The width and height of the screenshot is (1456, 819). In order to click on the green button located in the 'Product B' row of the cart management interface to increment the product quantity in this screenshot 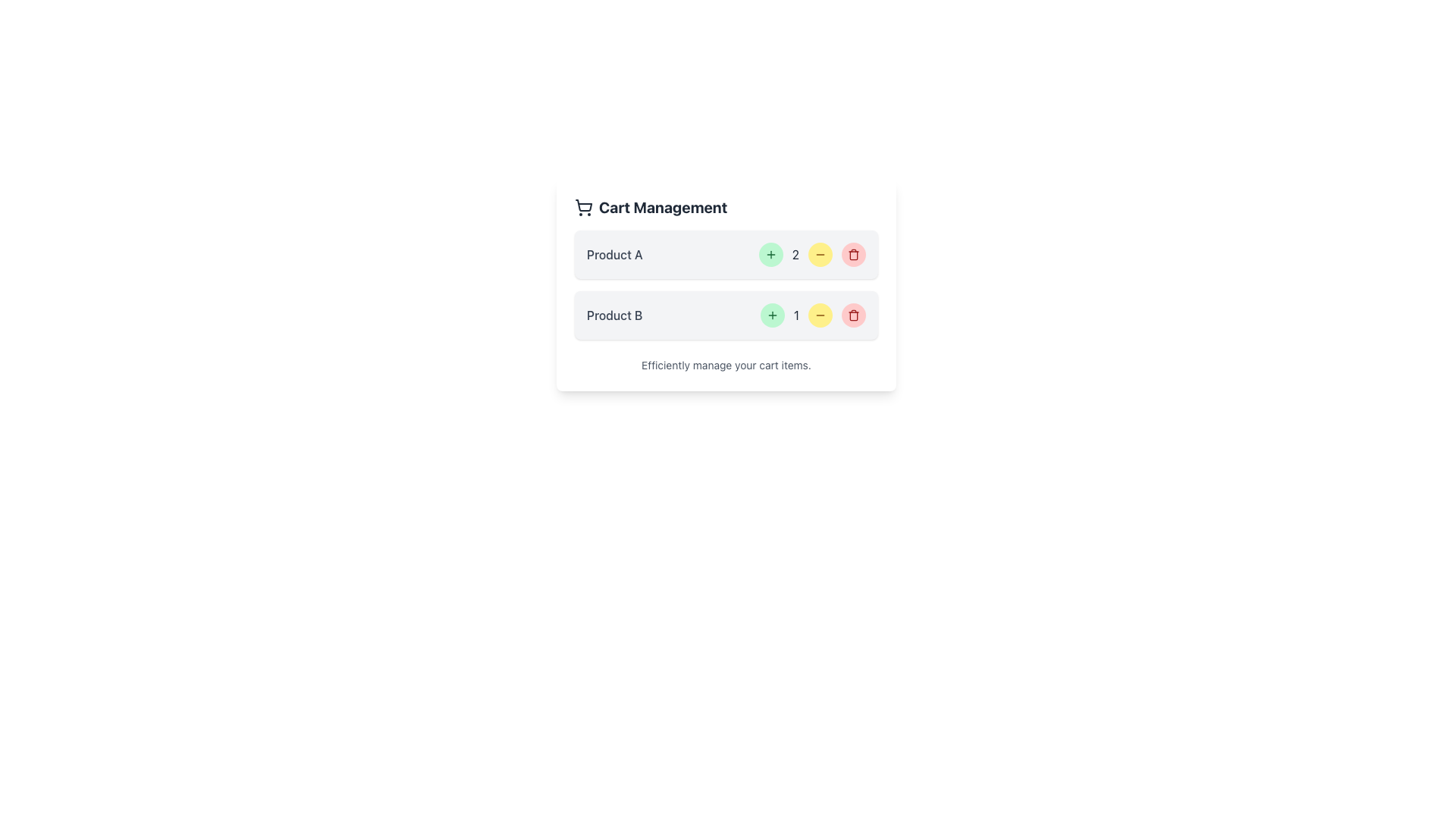, I will do `click(770, 253)`.